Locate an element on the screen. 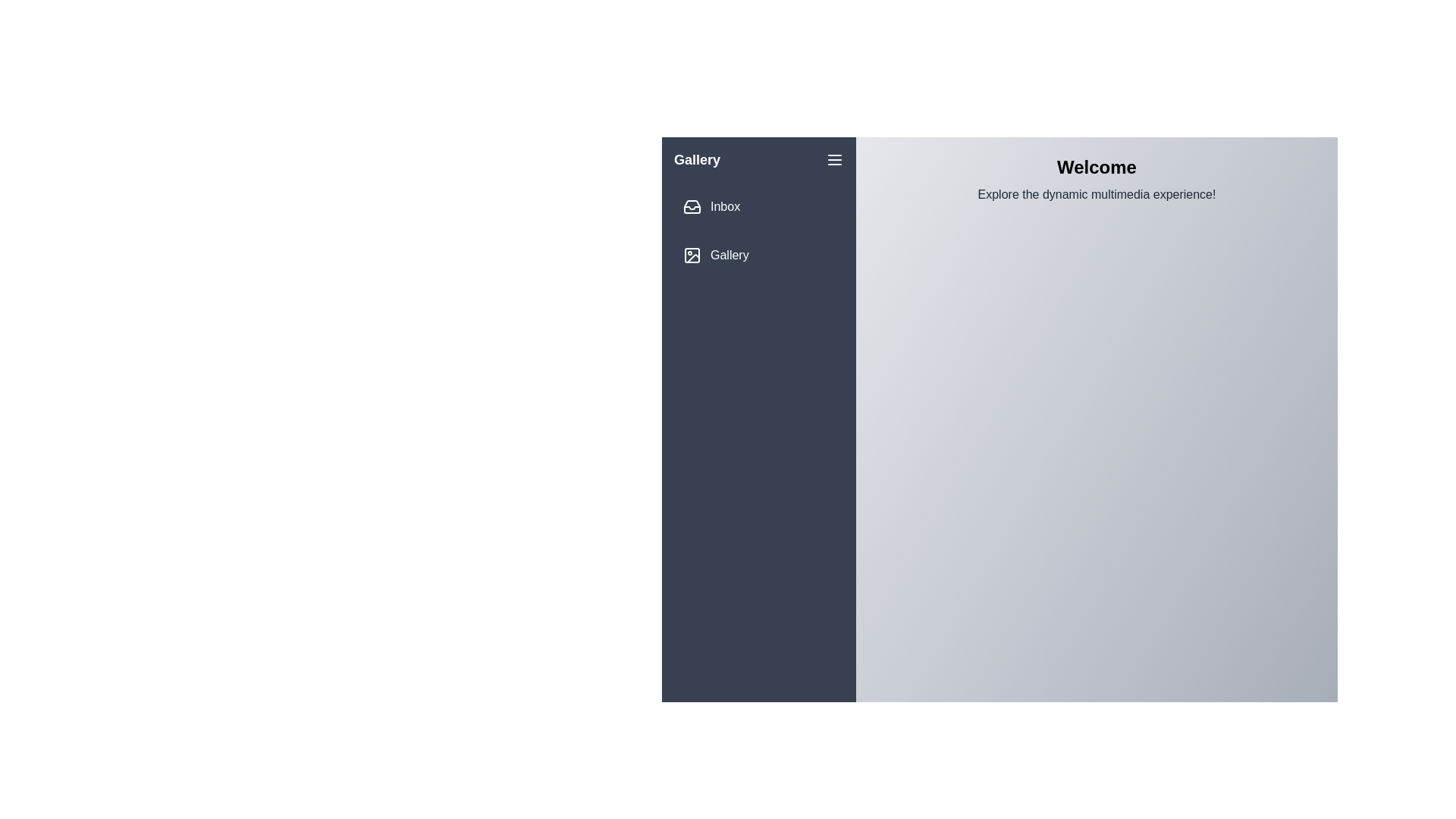 The width and height of the screenshot is (1456, 819). the 'Gallery' icon located to the left of the 'Gallery' text in the left-hand navigation to focus the associated menu item is located at coordinates (691, 254).